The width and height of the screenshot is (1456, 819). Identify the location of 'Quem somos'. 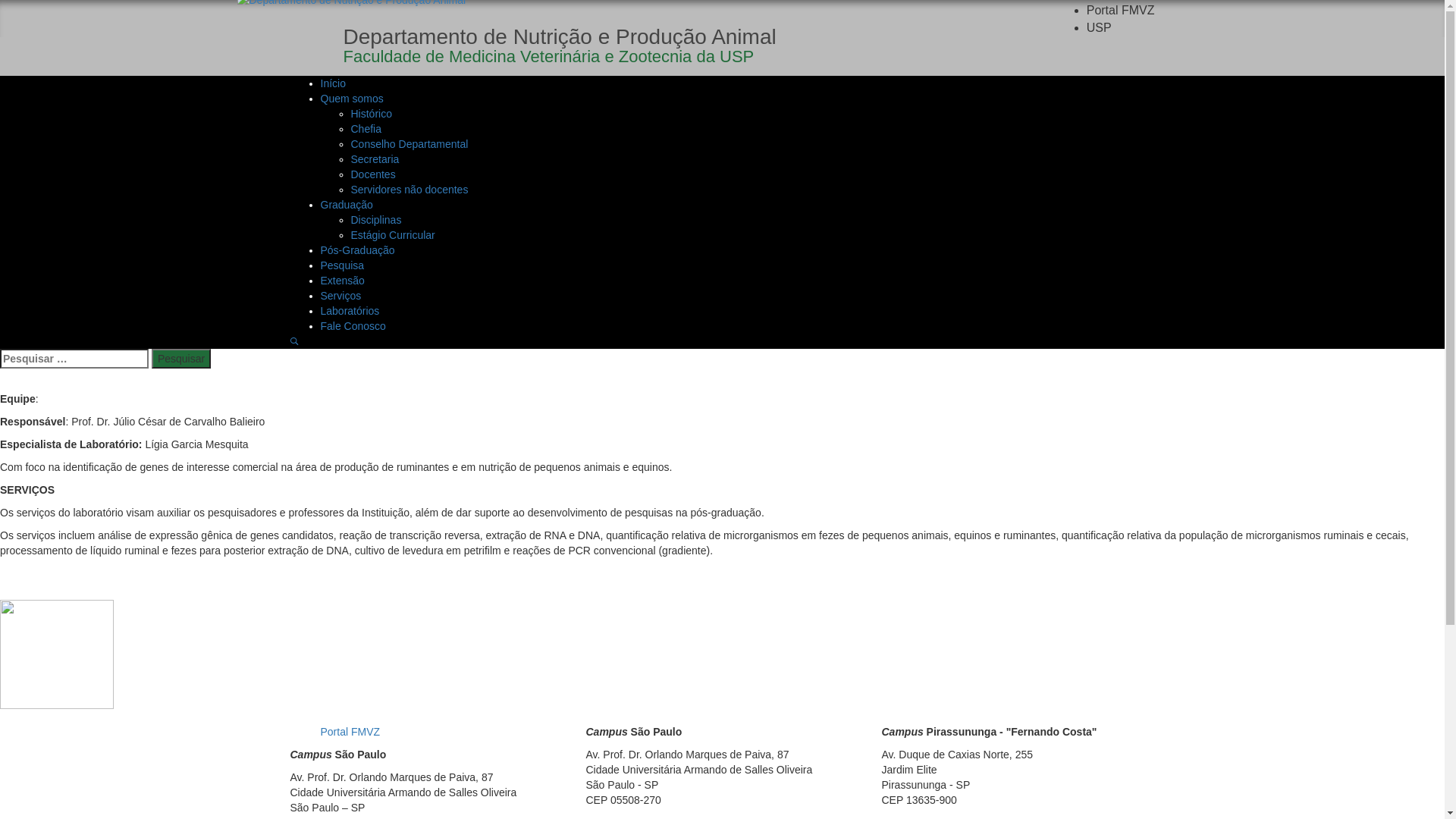
(350, 99).